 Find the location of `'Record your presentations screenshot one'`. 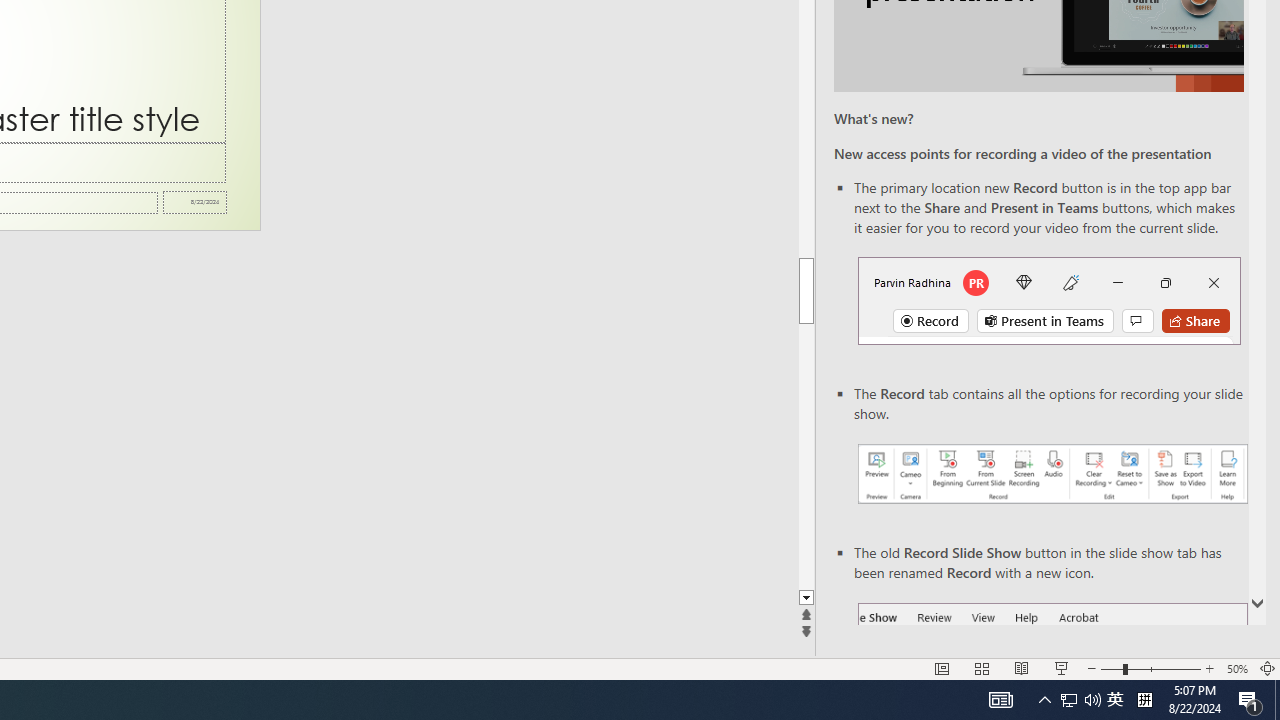

'Record your presentations screenshot one' is located at coordinates (1051, 474).